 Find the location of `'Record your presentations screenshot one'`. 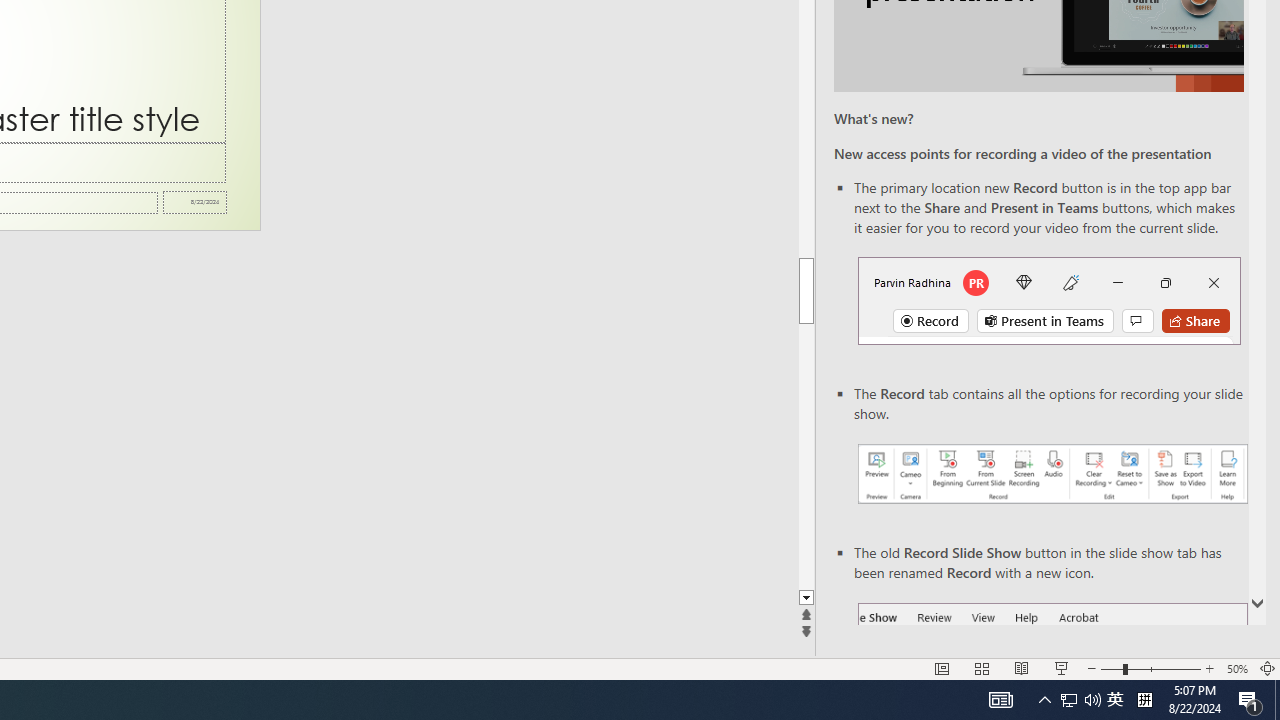

'Record your presentations screenshot one' is located at coordinates (1051, 474).